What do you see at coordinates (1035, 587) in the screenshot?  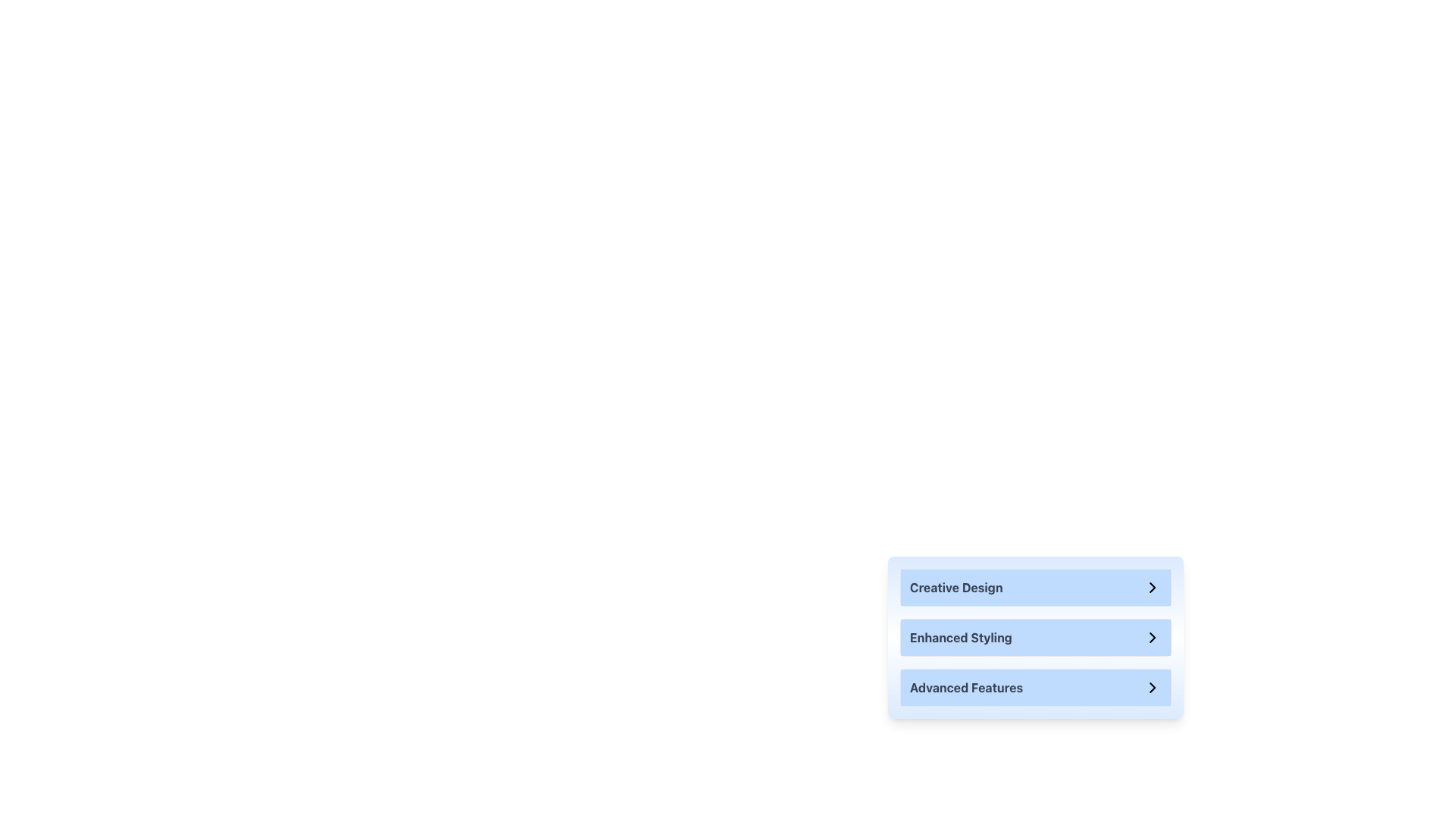 I see `first item in the vertical list labeled 'Creative Design' for its details` at bounding box center [1035, 587].